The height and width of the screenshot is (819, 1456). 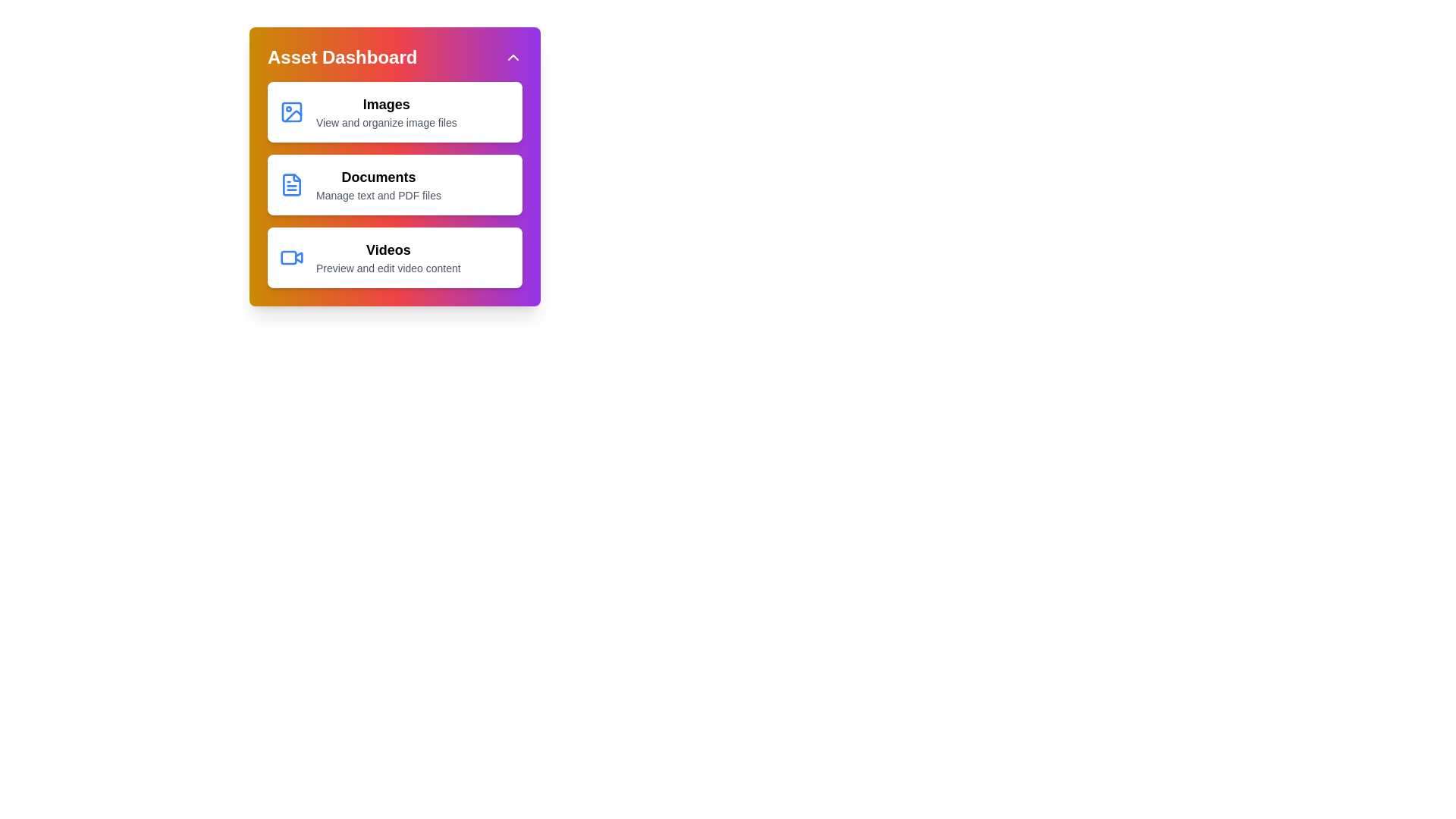 I want to click on the media item corresponding to Videos, so click(x=395, y=256).